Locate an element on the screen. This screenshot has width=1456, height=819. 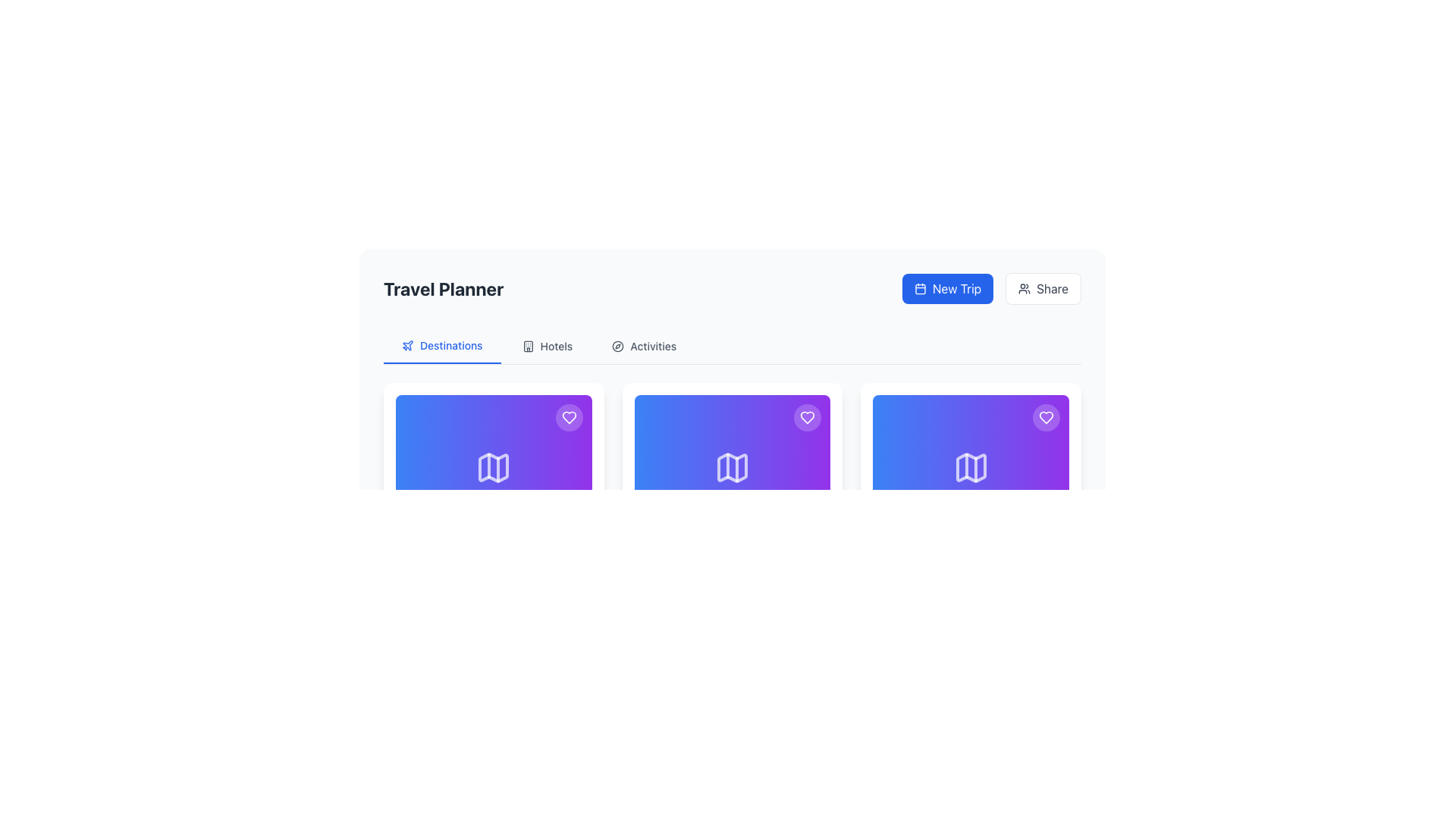
the 'Activities' label in the navigation bar, which is styled in dark gray on a light background and positioned to the right of the 'Hotels' item is located at coordinates (653, 346).